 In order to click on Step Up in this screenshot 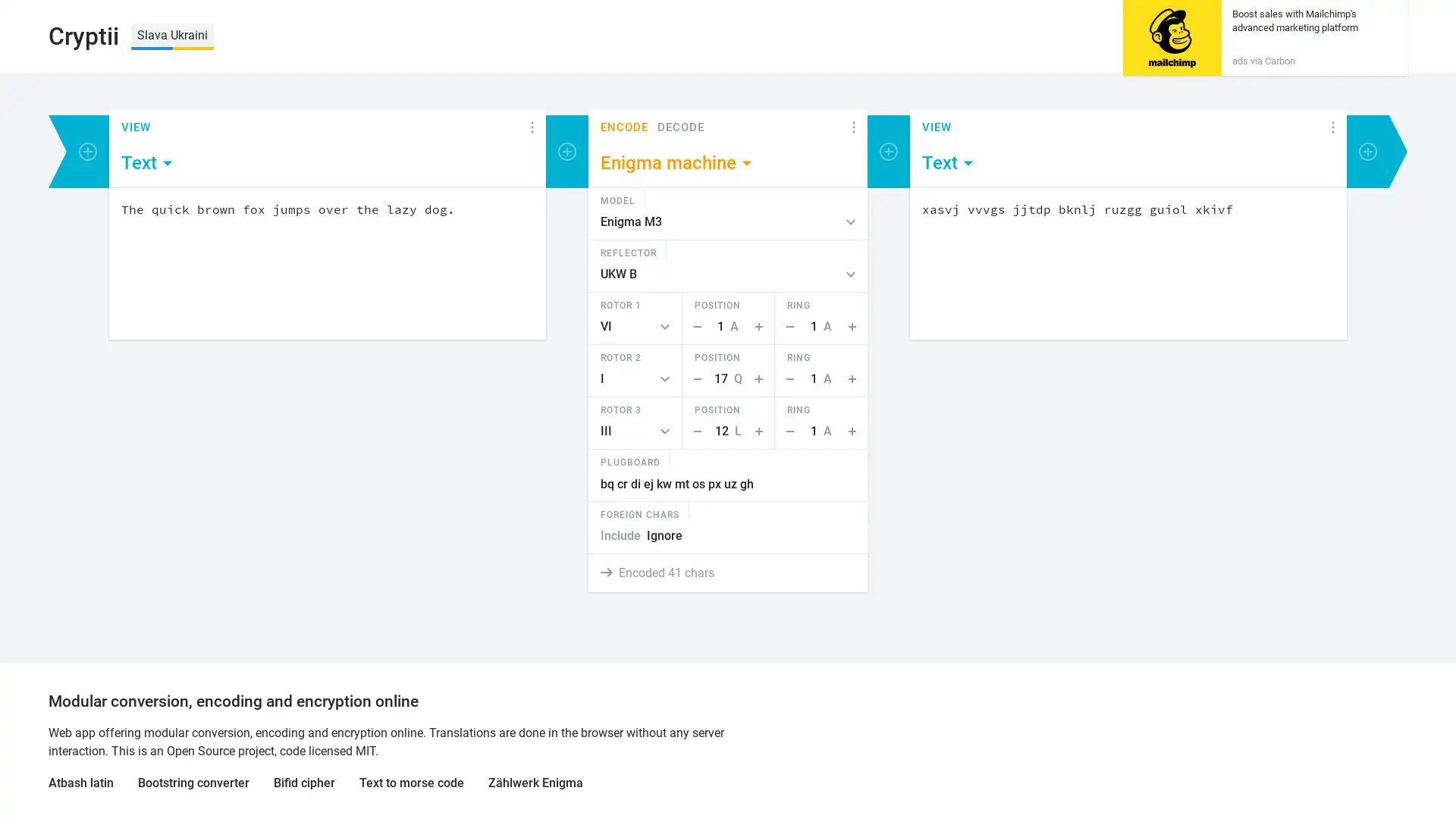, I will do `click(761, 378)`.